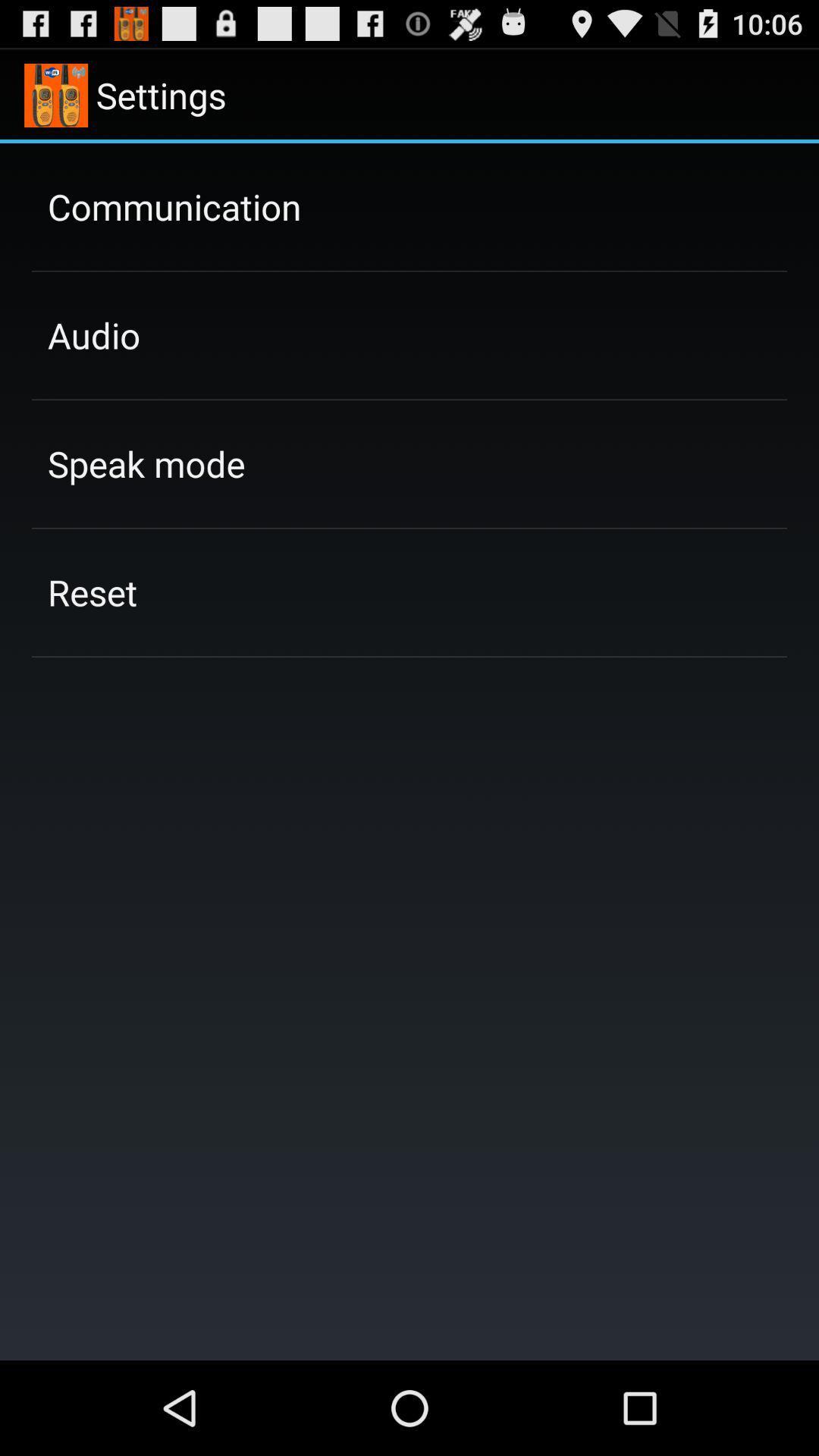 This screenshot has height=1456, width=819. I want to click on the item on the left, so click(93, 591).